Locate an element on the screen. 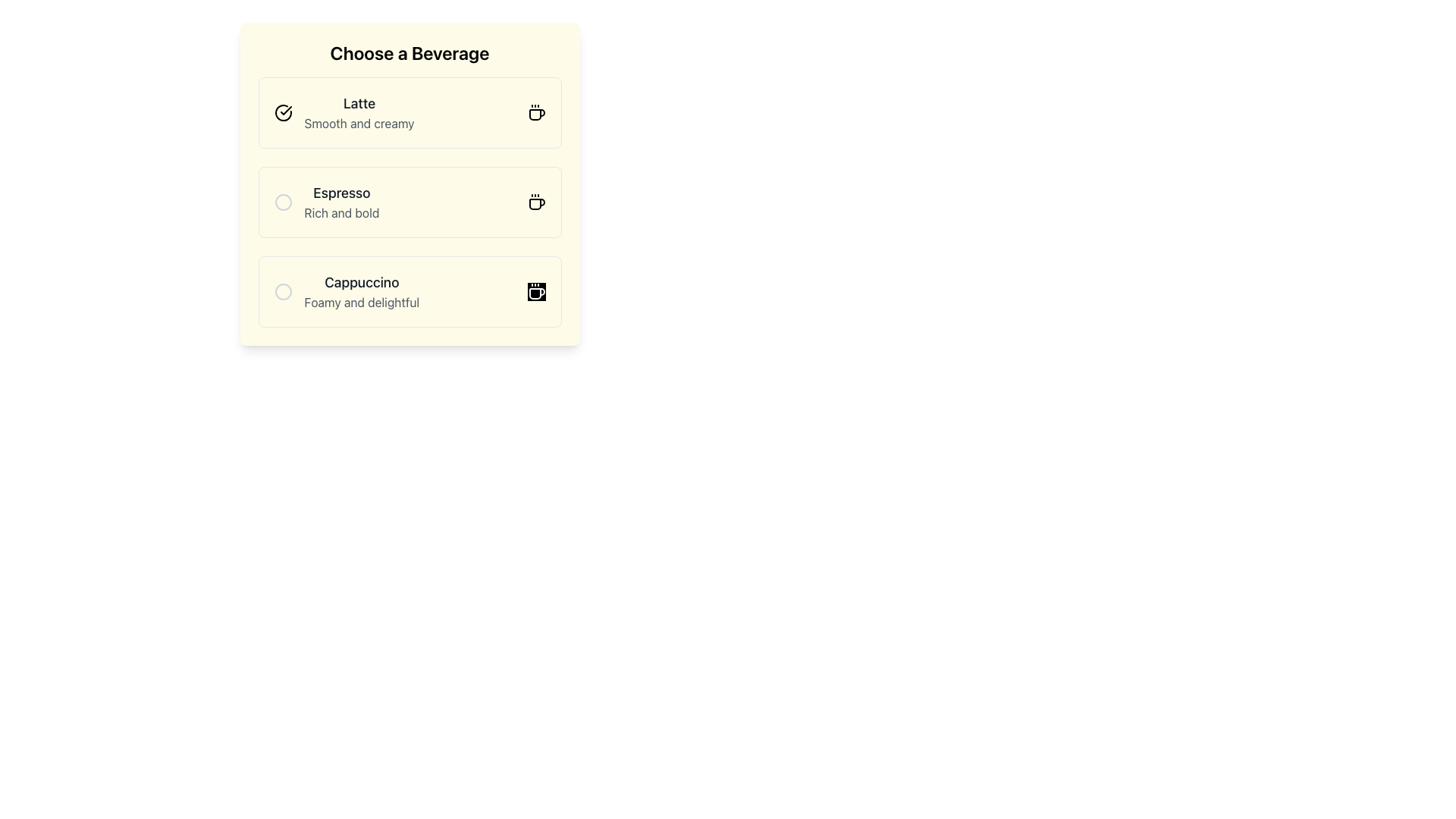 The image size is (1456, 819). the coffee cup icon located within the 'Cappuccino' selection card, positioned at the far right side above the text 'Foamy and delightful.' is located at coordinates (537, 293).